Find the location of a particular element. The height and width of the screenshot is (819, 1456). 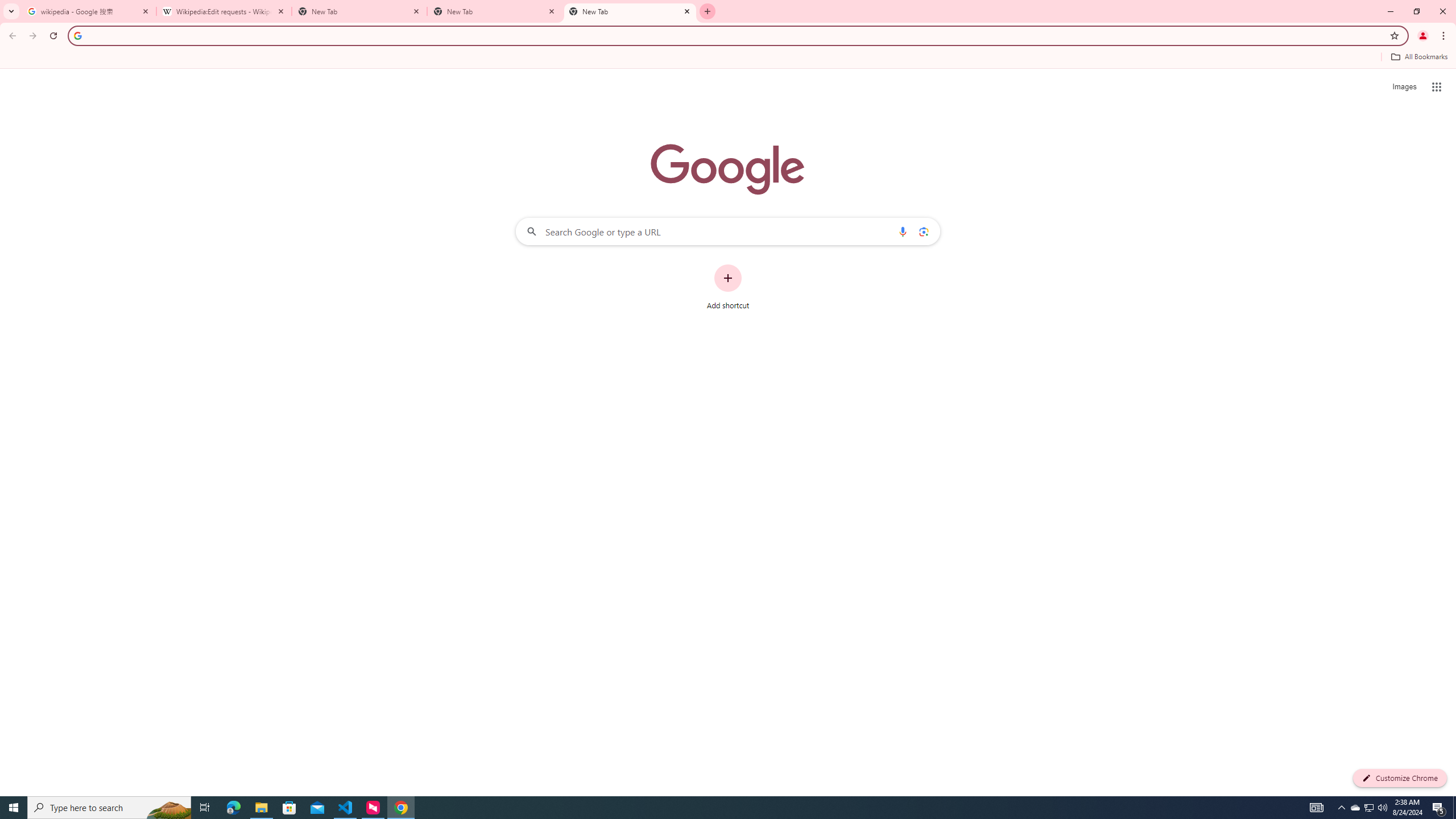

'New Tab' is located at coordinates (630, 11).